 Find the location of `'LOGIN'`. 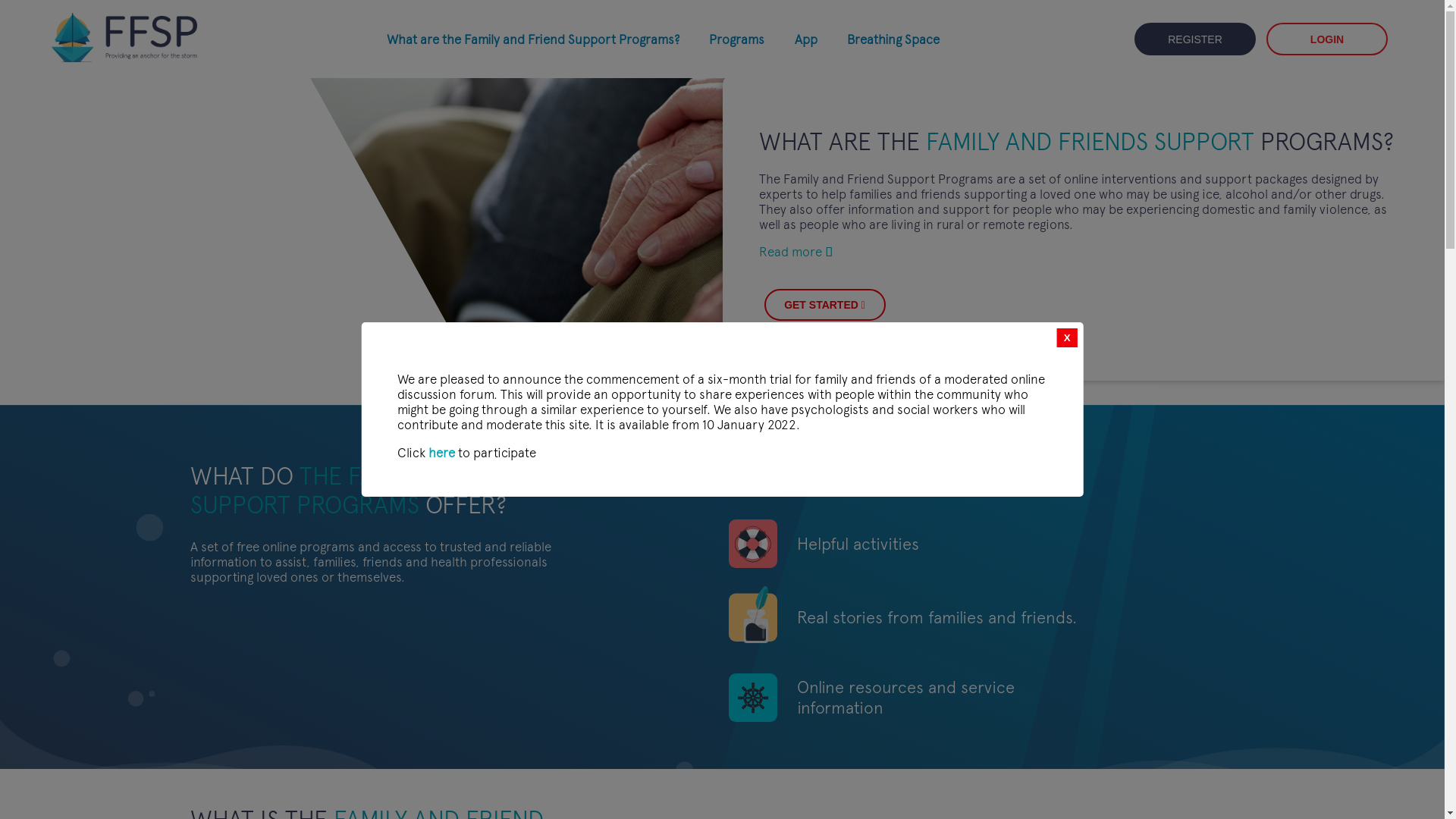

'LOGIN' is located at coordinates (1326, 37).